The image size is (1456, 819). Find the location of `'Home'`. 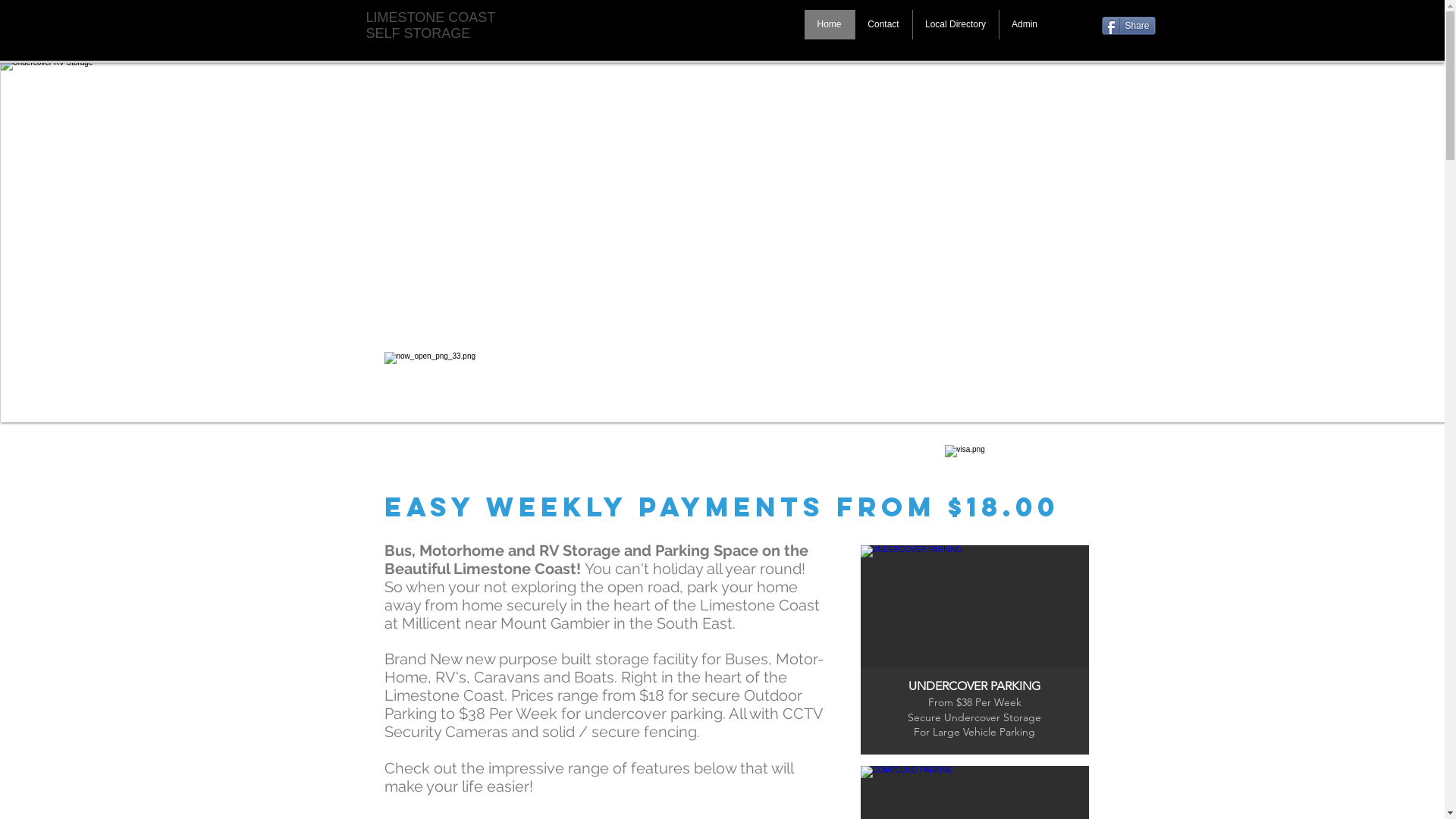

'Home' is located at coordinates (828, 24).